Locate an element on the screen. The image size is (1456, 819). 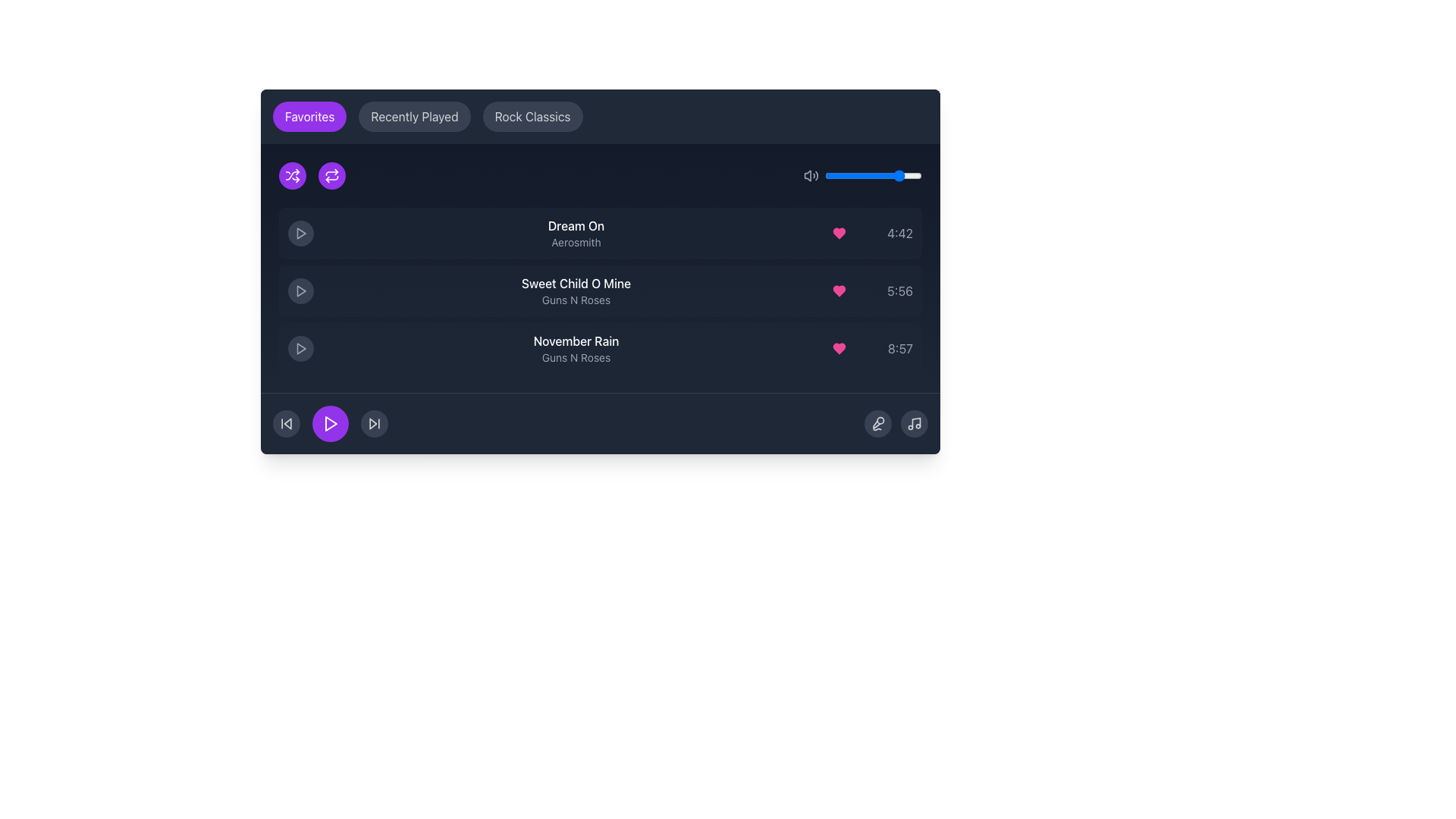
the triangular-shaped play button icon with a gray stroke, located in the second row aligned with the track title 'Dream On by Aerosmith' is located at coordinates (301, 234).